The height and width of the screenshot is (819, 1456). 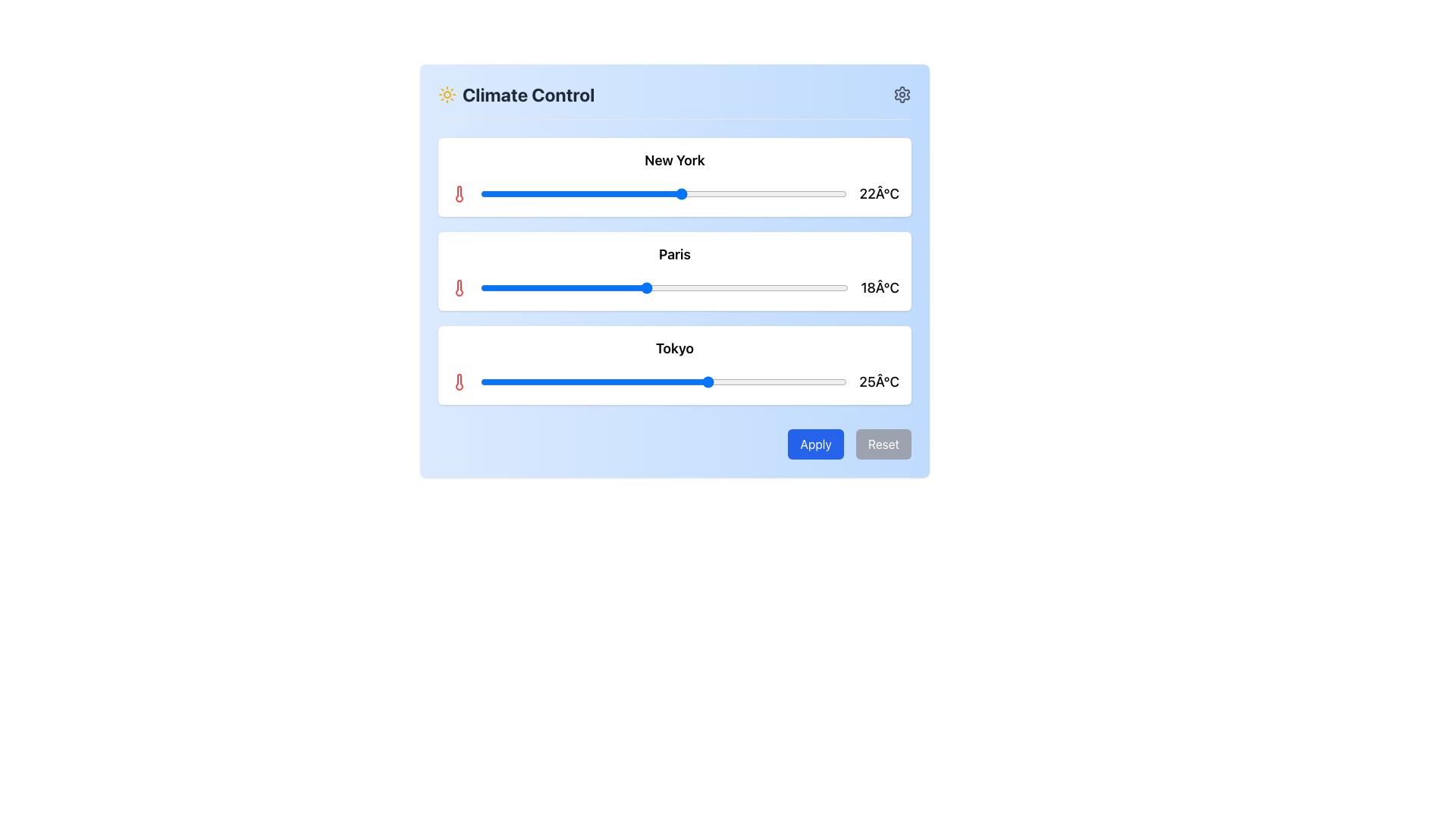 I want to click on the temperature value, so click(x=589, y=193).